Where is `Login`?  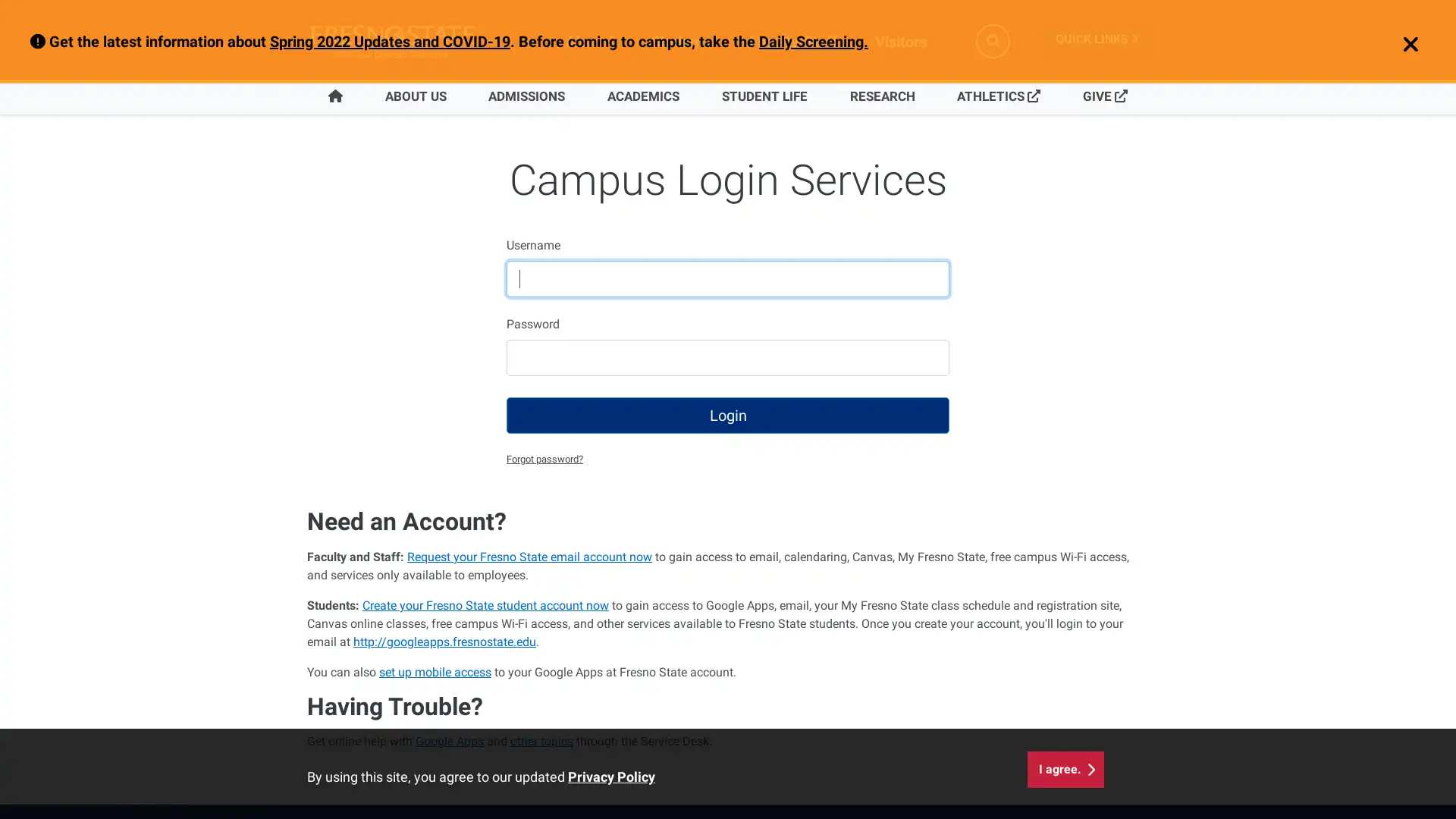
Login is located at coordinates (728, 415).